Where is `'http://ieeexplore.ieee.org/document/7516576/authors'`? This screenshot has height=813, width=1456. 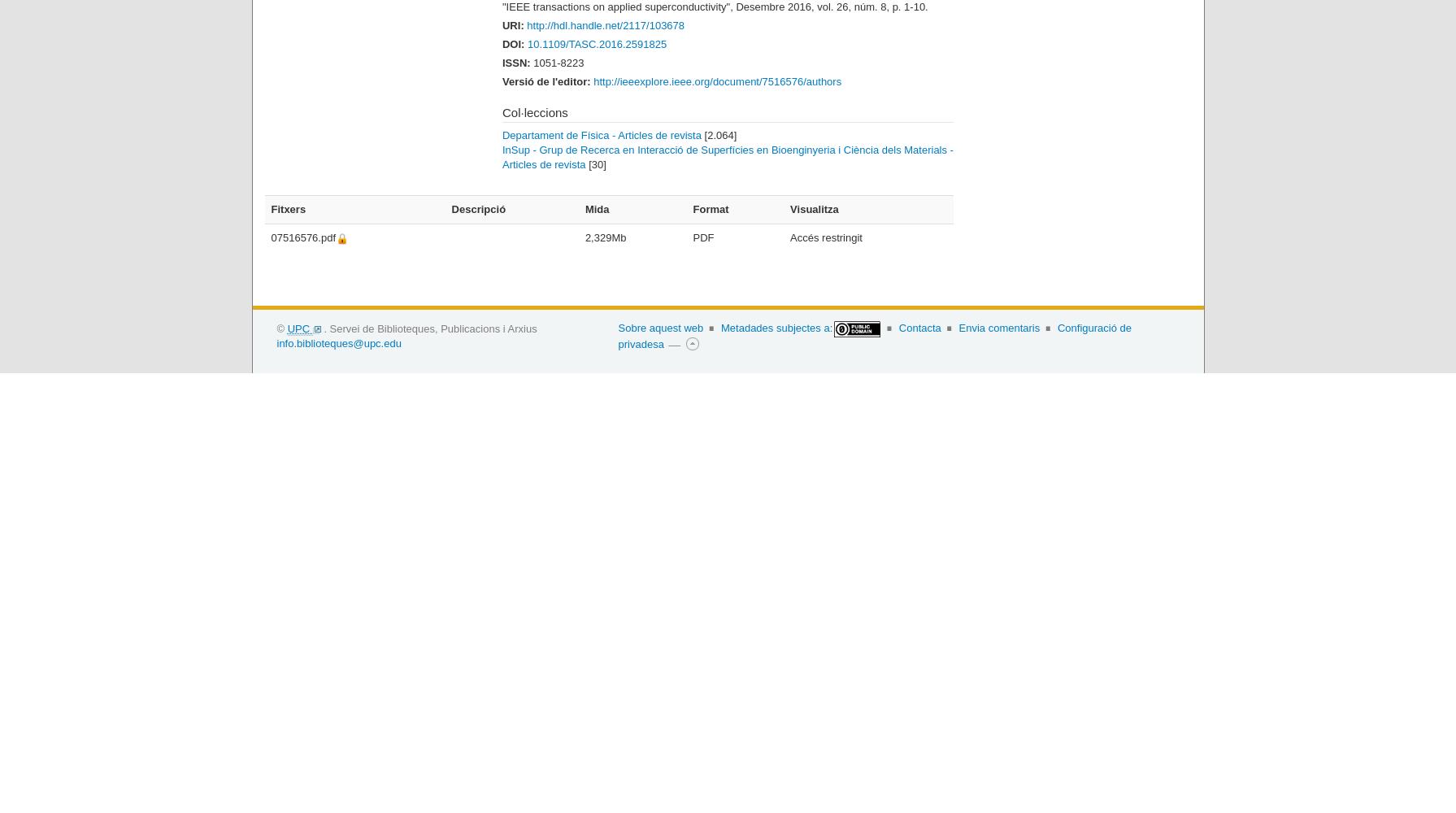
'http://ieeexplore.ieee.org/document/7516576/authors' is located at coordinates (717, 80).